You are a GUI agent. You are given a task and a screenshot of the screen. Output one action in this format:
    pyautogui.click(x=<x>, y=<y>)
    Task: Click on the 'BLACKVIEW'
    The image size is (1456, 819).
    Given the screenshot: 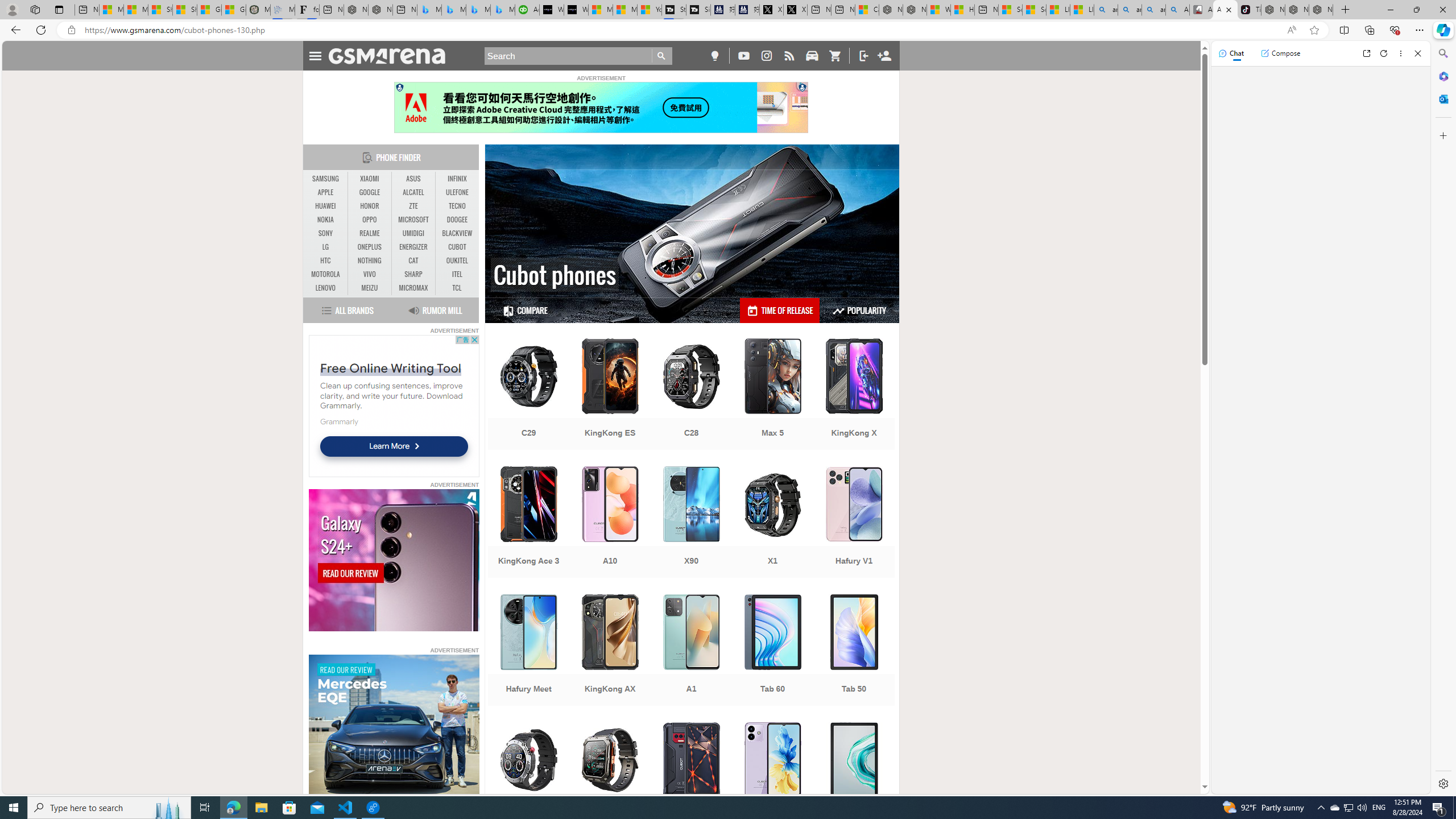 What is the action you would take?
    pyautogui.click(x=457, y=233)
    